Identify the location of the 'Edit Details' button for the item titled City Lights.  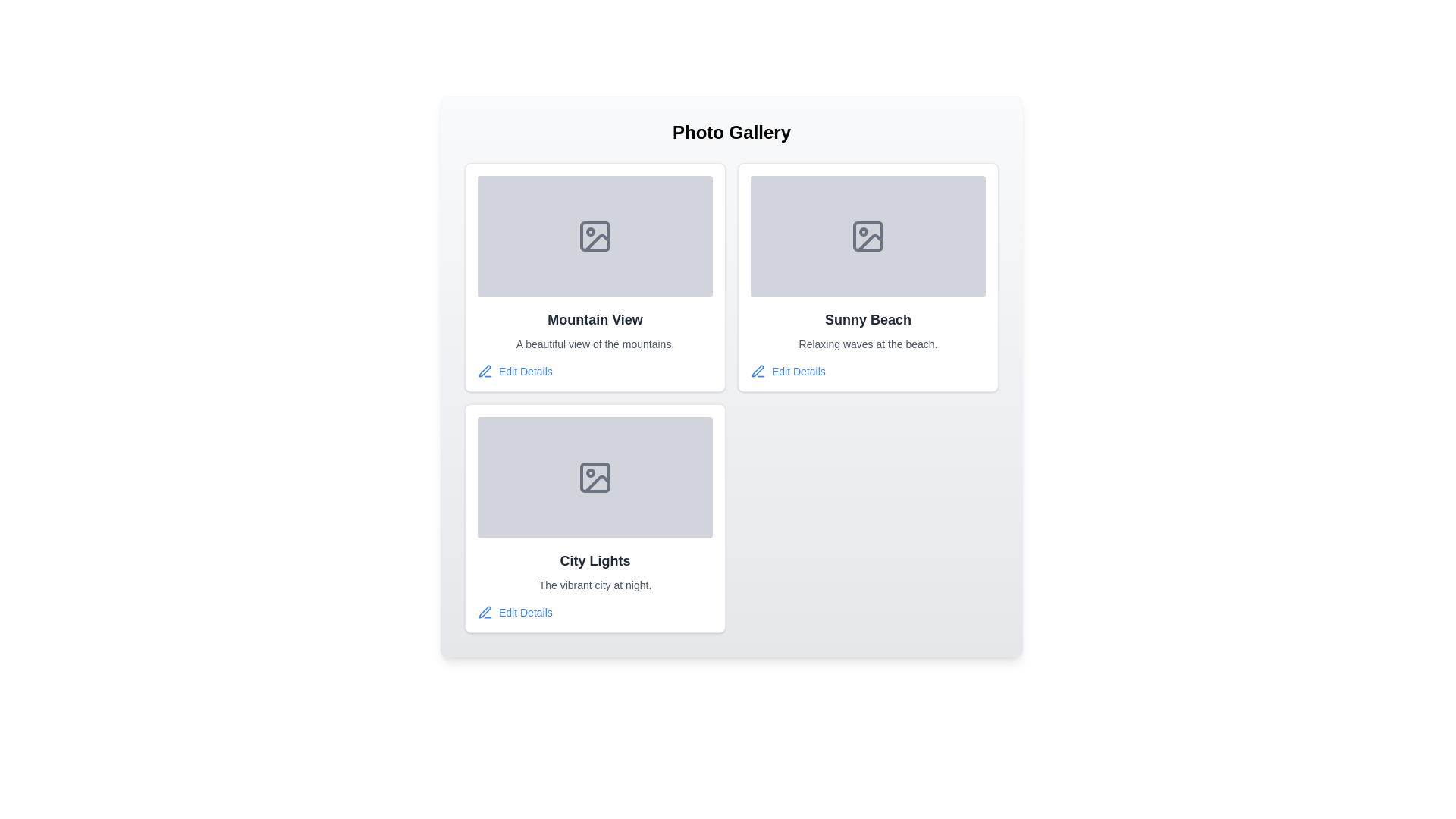
(515, 611).